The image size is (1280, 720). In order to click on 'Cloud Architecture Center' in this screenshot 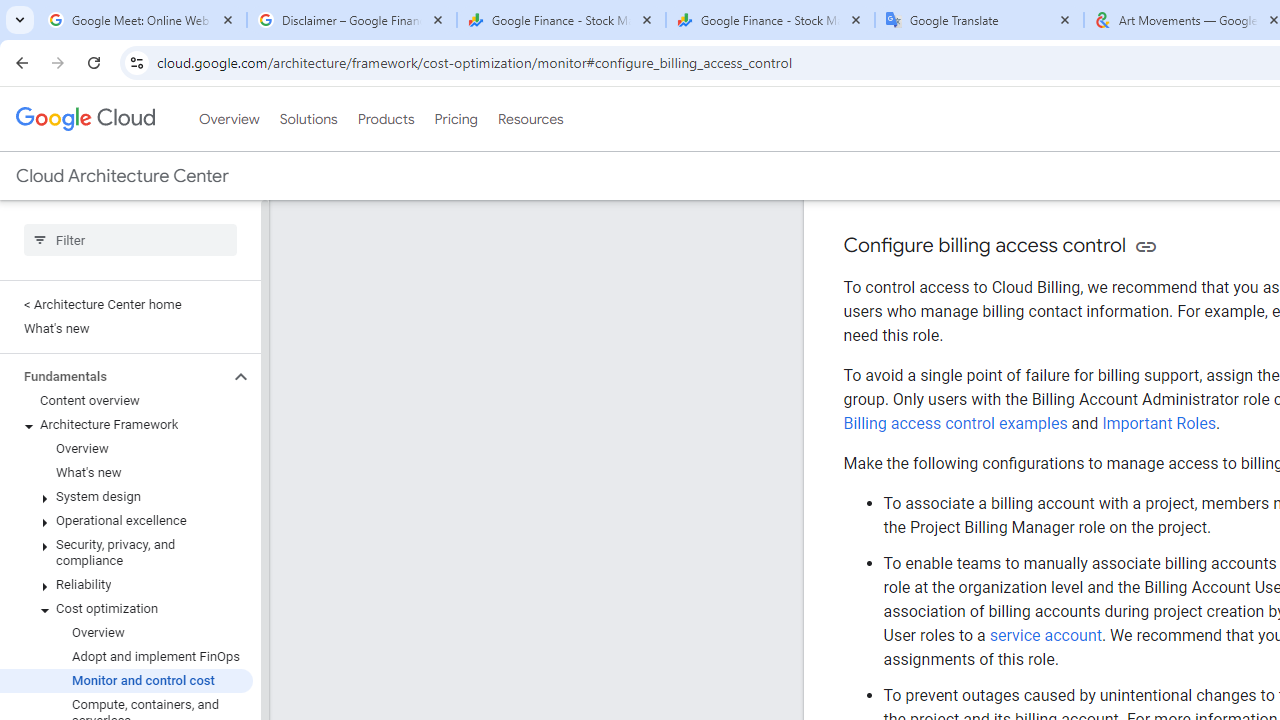, I will do `click(121, 175)`.